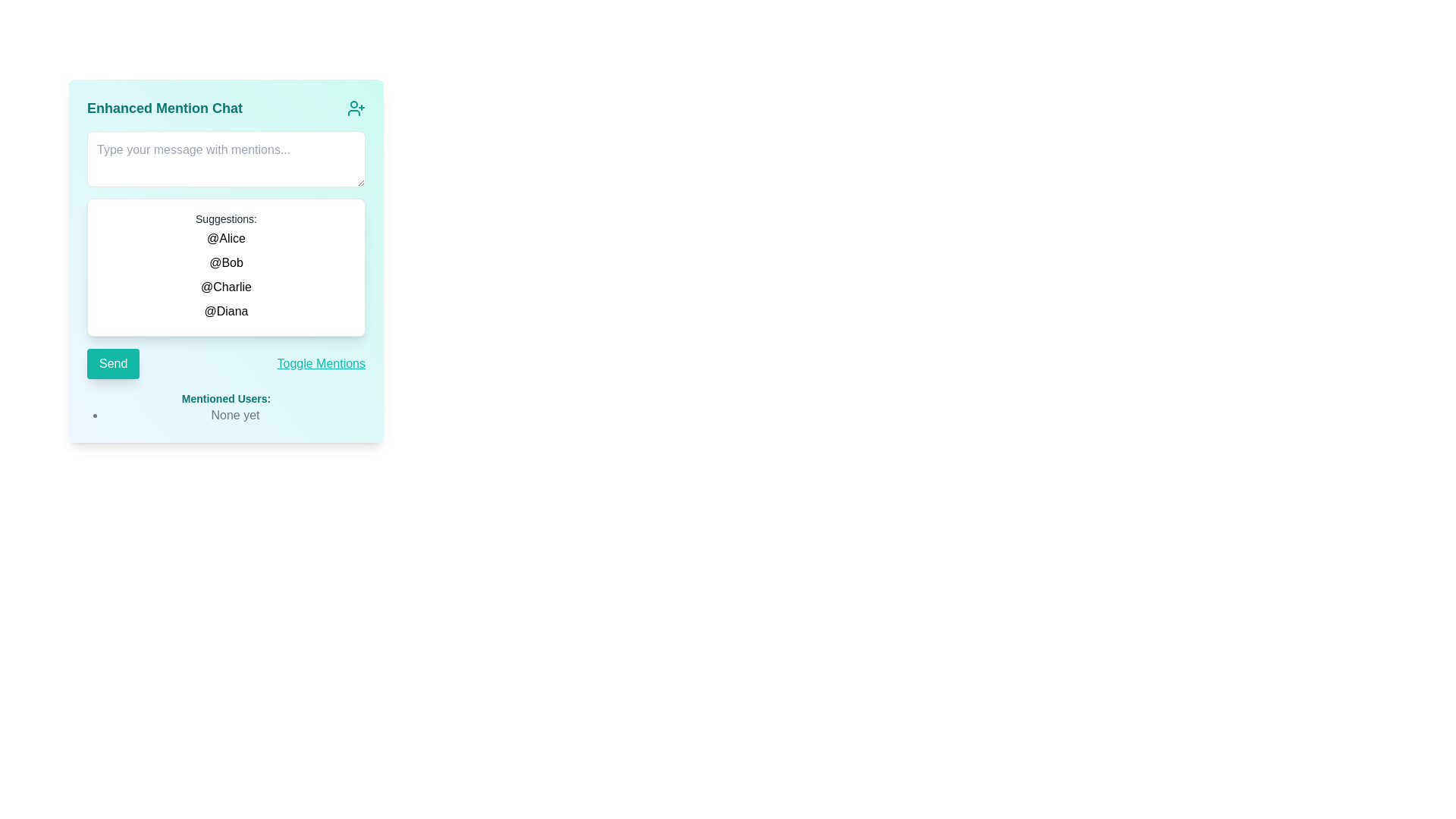 Image resolution: width=1456 pixels, height=819 pixels. Describe the element at coordinates (225, 262) in the screenshot. I see `the second item in the mention suggestions dropdown` at that location.